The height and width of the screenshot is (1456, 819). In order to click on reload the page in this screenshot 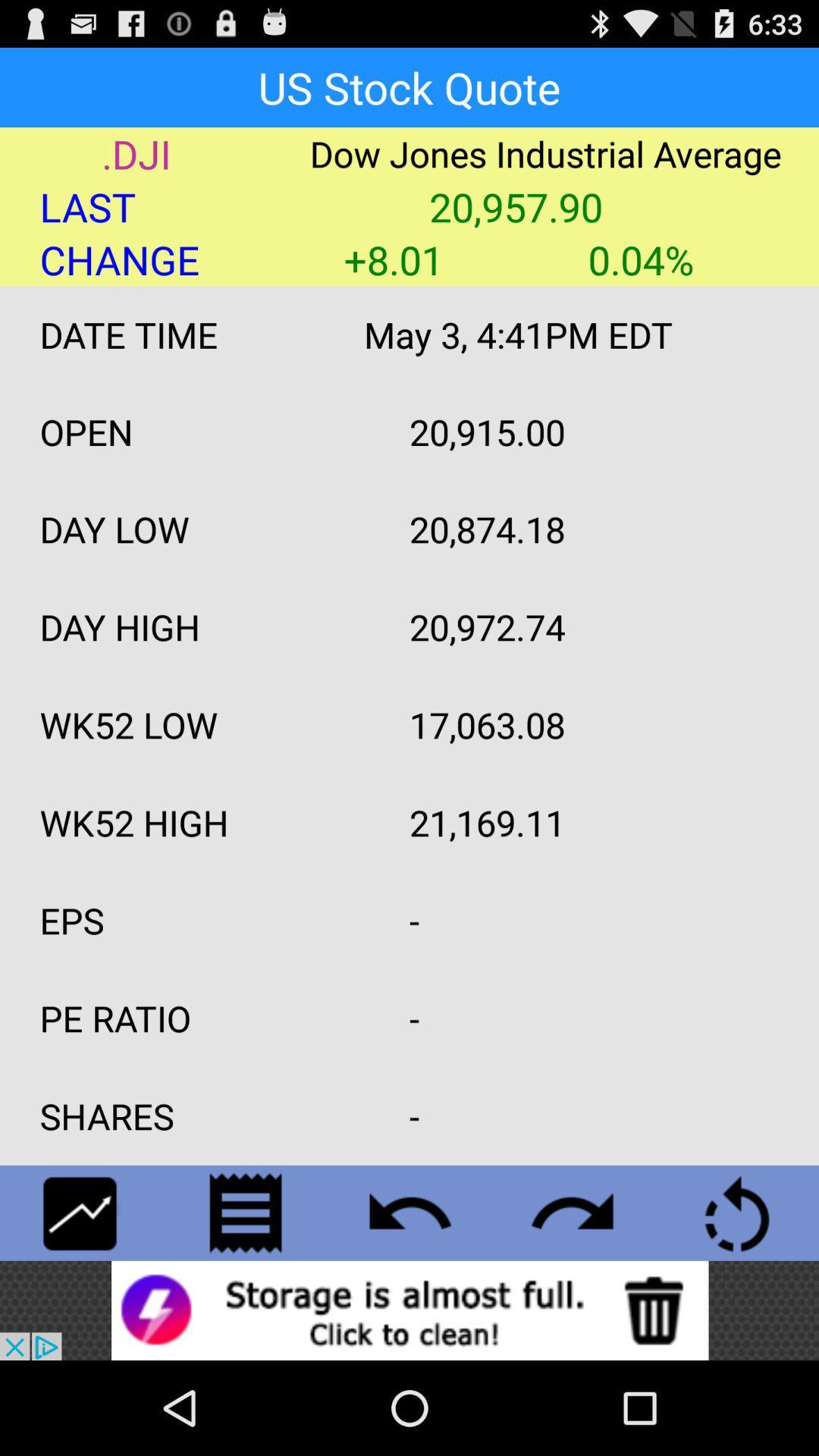, I will do `click(736, 1212)`.